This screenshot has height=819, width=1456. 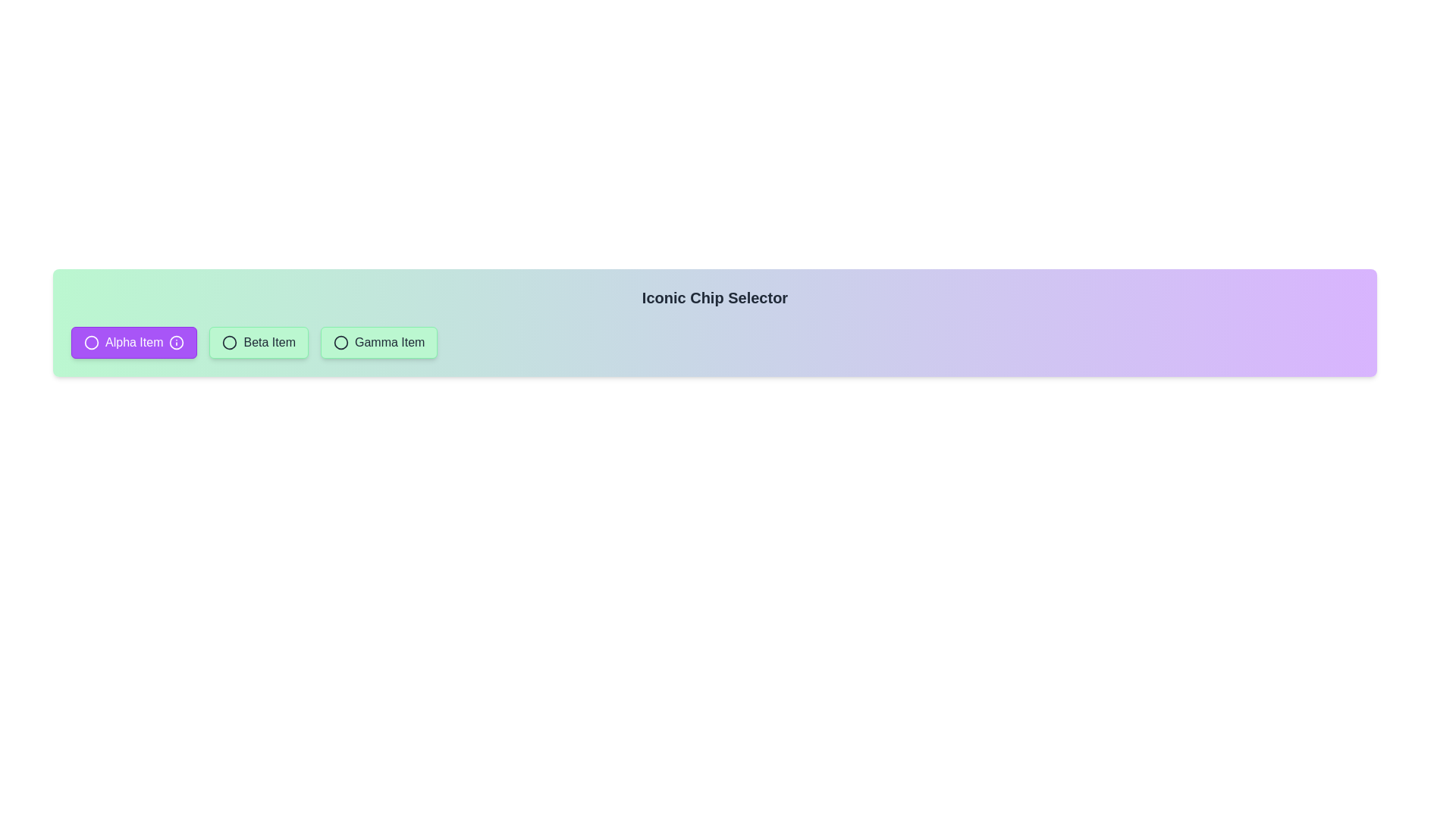 I want to click on the button labeled Alpha Item, so click(x=134, y=342).